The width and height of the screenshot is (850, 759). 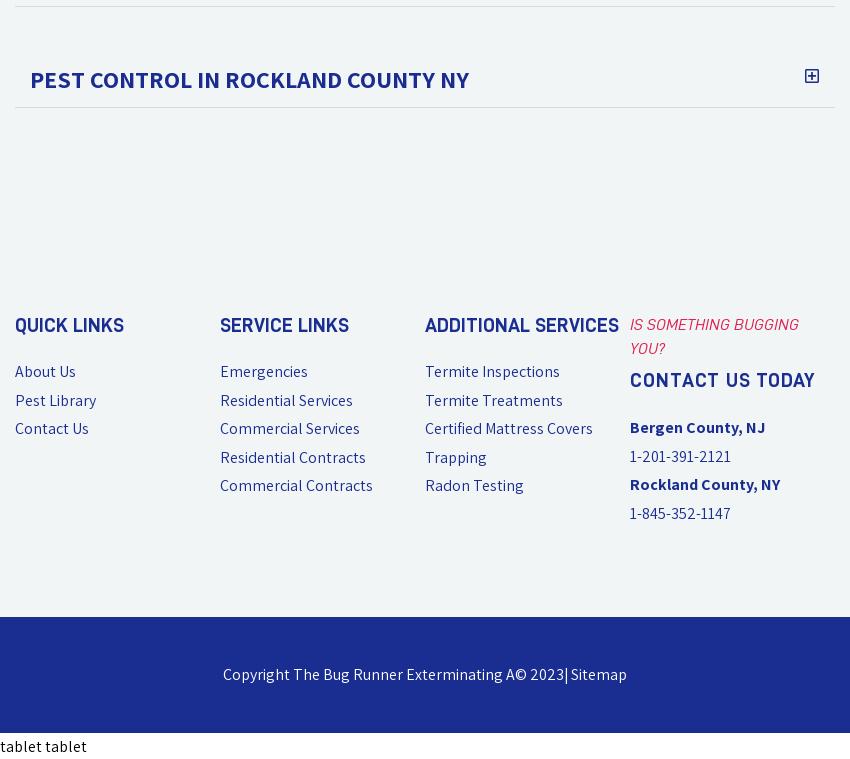 I want to click on 'Copyright The Bug Runner Exterminating', so click(x=223, y=674).